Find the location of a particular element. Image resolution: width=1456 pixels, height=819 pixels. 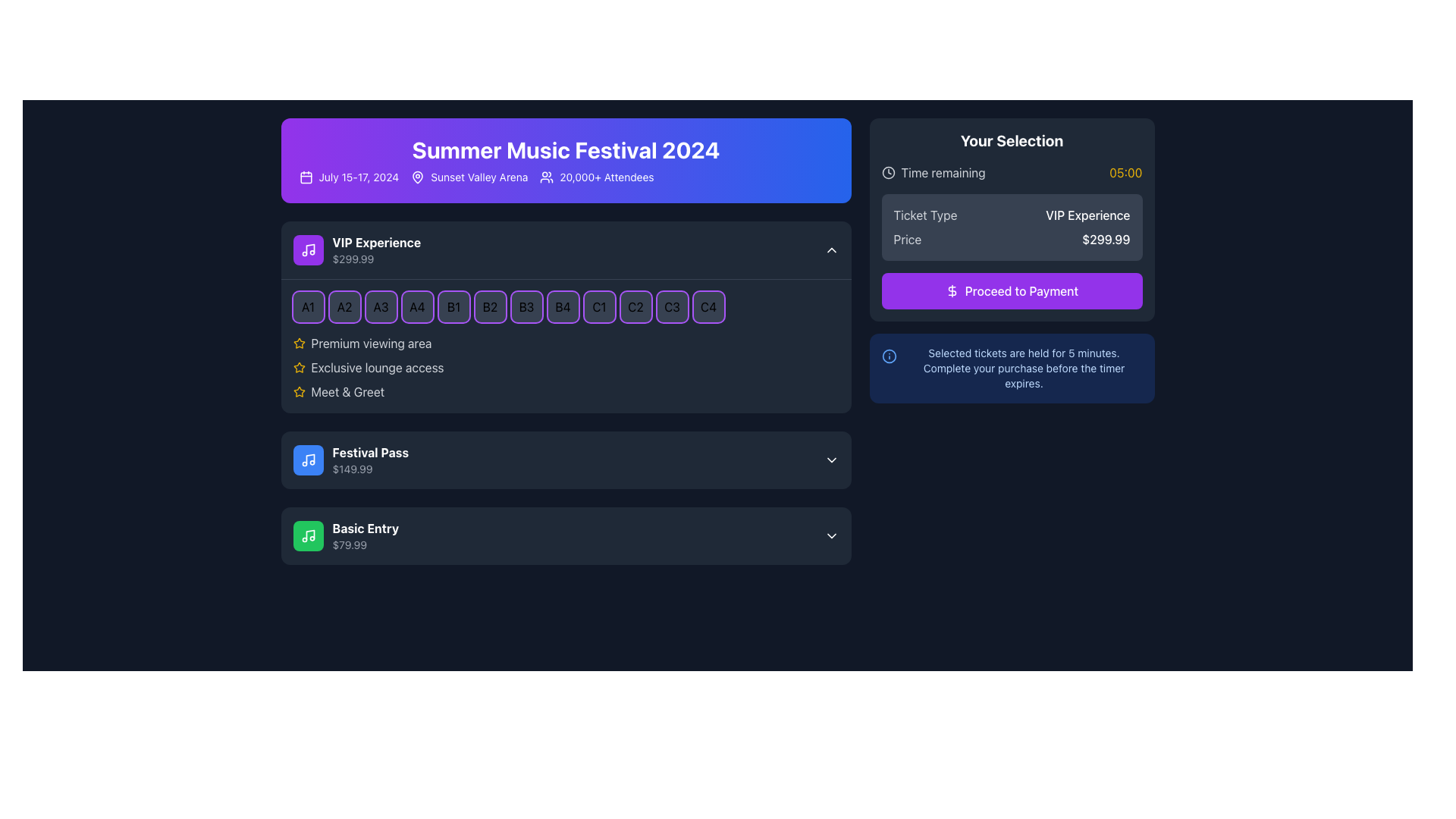

the button labeled 'C2' which is a small rectangular button with rounded corners, located in the C group, between 'C1' and 'C3' is located at coordinates (635, 307).